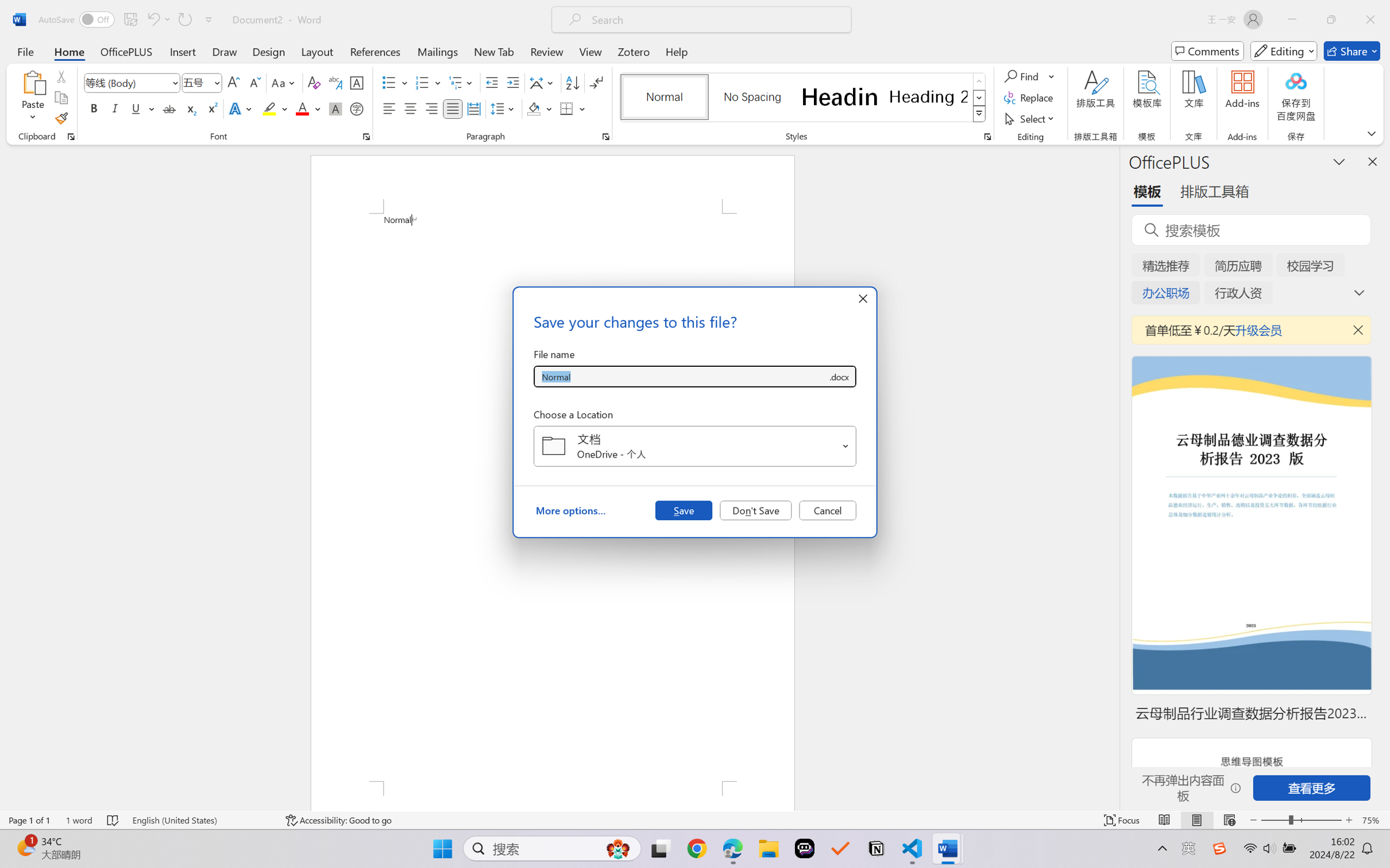 Image resolution: width=1390 pixels, height=868 pixels. I want to click on 'Numbering', so click(422, 83).